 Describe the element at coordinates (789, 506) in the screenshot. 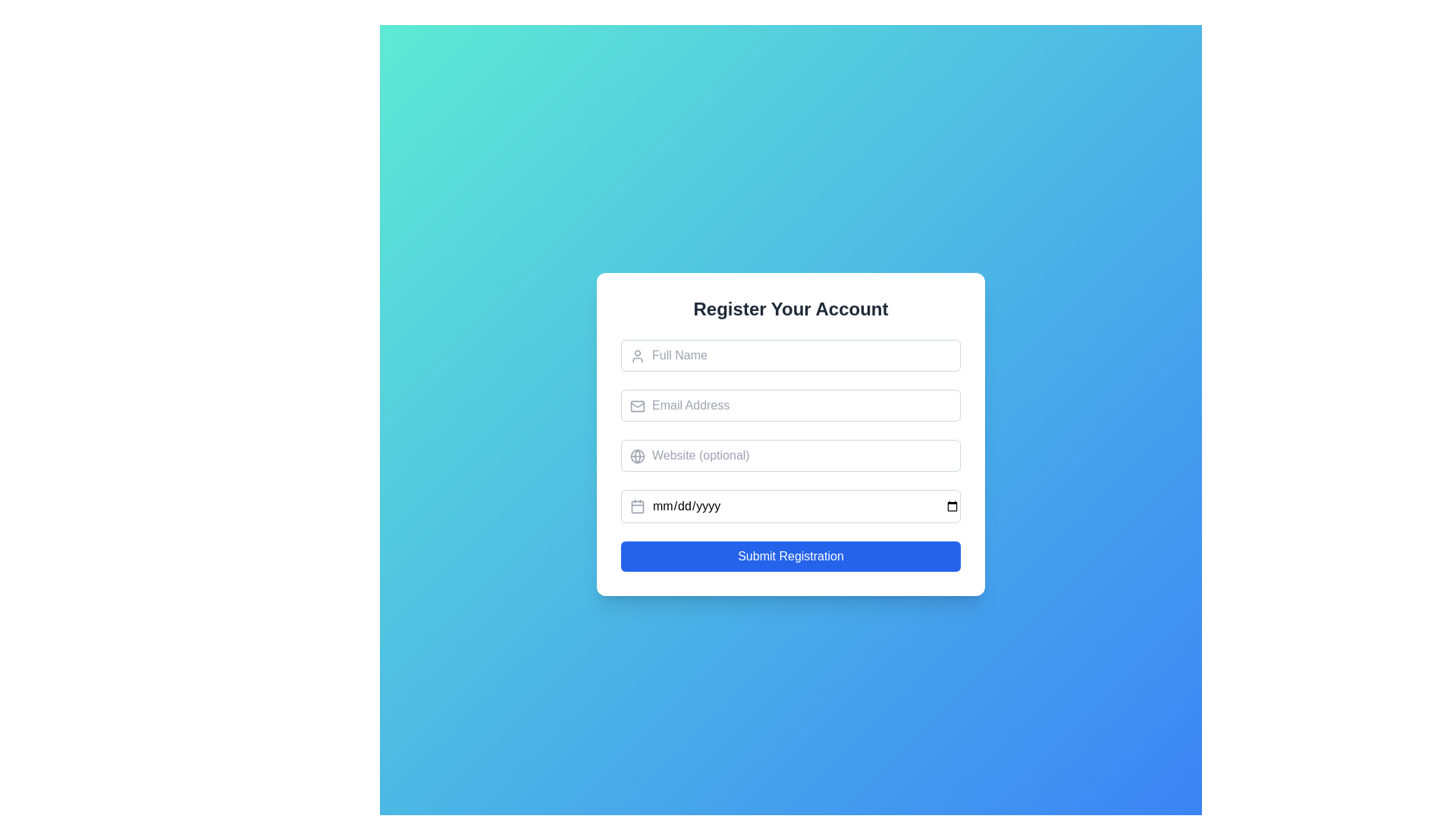

I see `on the date input field, which is styled with a gray border and rounded corners, located below the 'Website (optional)' input field and above the 'Submit Registration' button` at that location.